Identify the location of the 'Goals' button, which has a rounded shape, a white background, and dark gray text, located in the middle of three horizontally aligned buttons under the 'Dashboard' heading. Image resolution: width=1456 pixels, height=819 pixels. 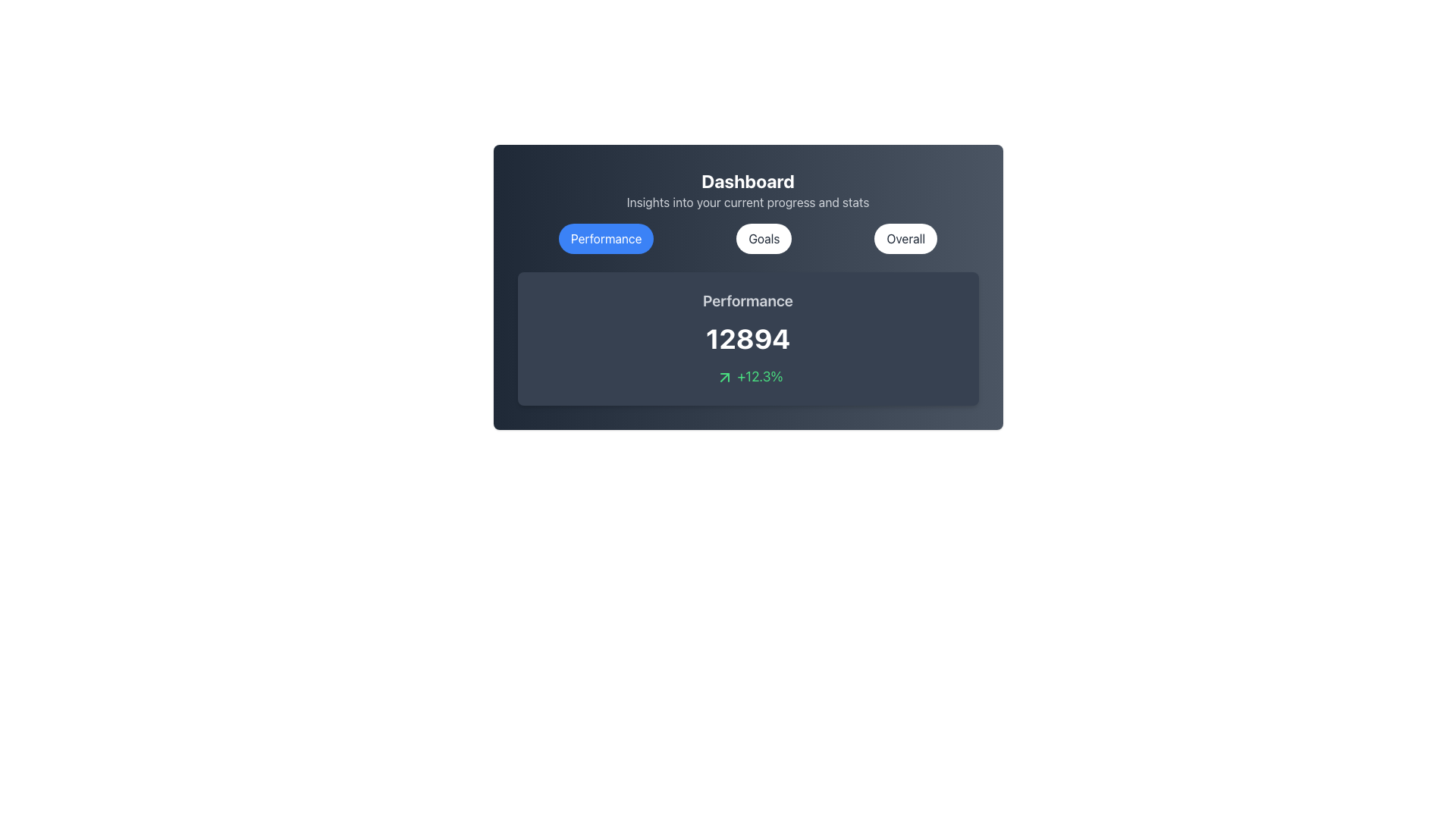
(764, 239).